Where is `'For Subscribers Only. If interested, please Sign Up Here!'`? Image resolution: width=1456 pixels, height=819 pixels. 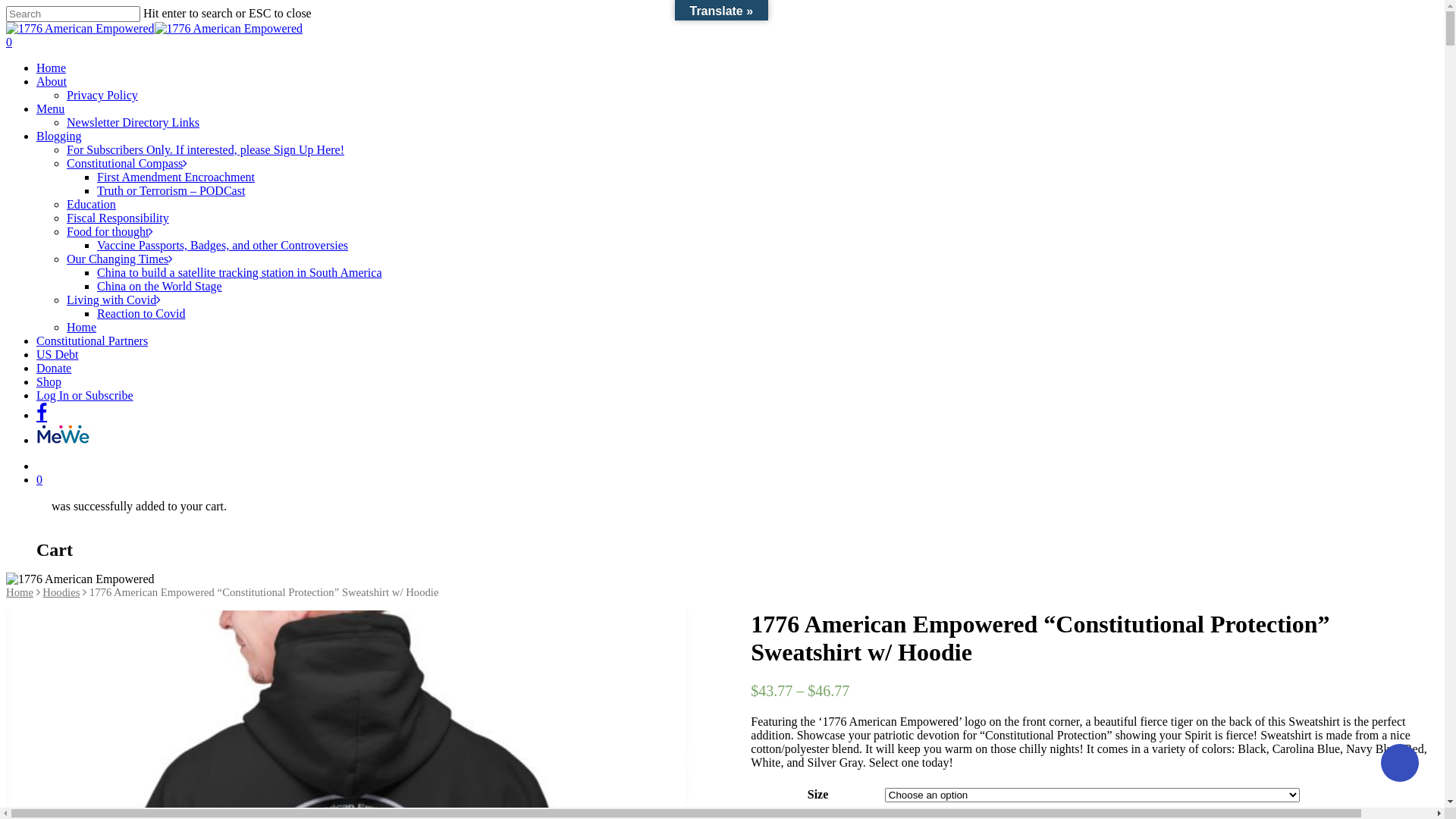
'For Subscribers Only. If interested, please Sign Up Here!' is located at coordinates (204, 149).